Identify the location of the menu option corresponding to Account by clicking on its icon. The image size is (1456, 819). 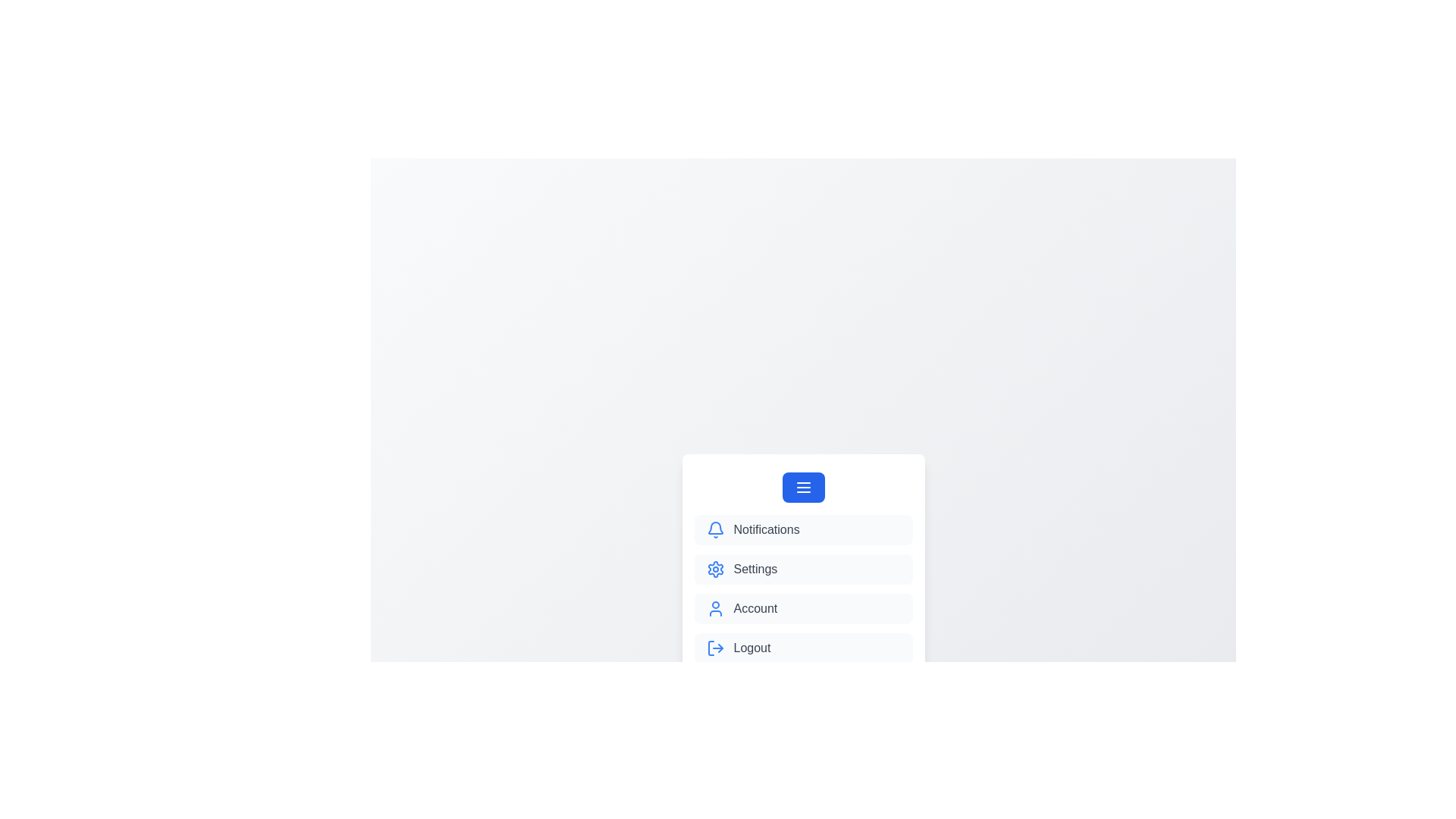
(714, 607).